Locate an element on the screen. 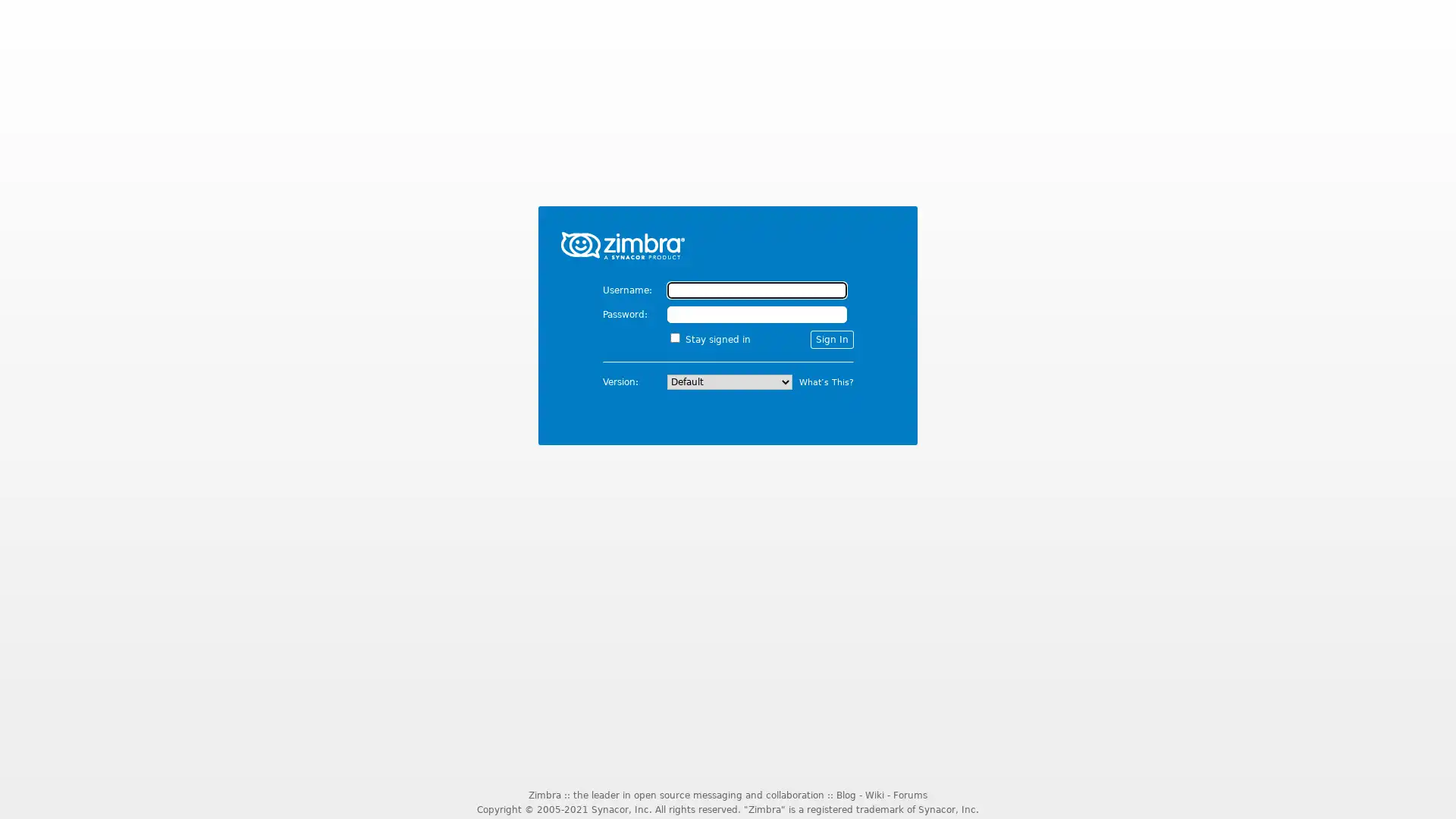 The height and width of the screenshot is (819, 1456). Sign In is located at coordinates (830, 338).